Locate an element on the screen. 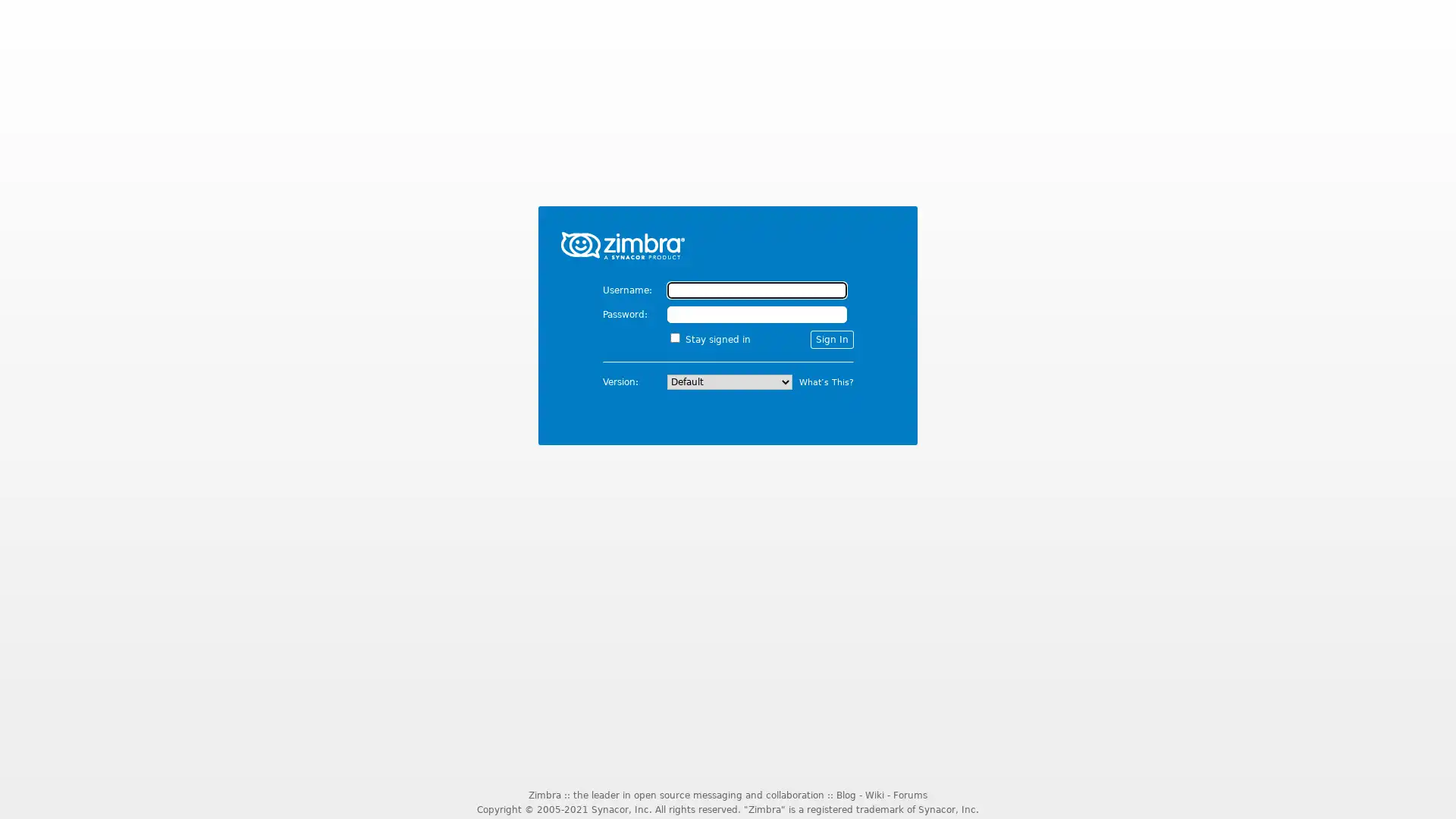 The height and width of the screenshot is (819, 1456). Sign In is located at coordinates (830, 338).